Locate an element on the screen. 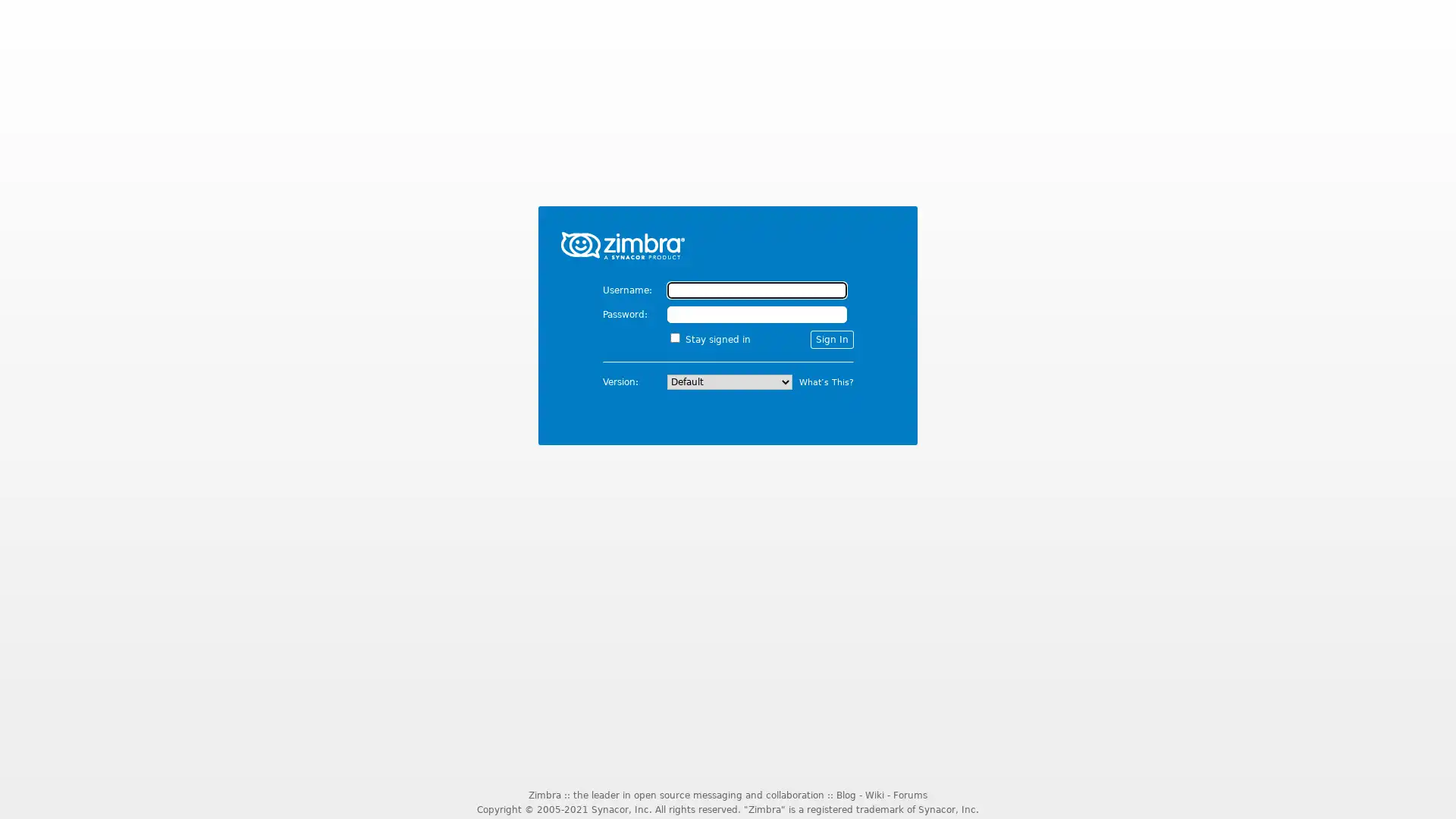 The height and width of the screenshot is (819, 1456). Sign In is located at coordinates (830, 338).